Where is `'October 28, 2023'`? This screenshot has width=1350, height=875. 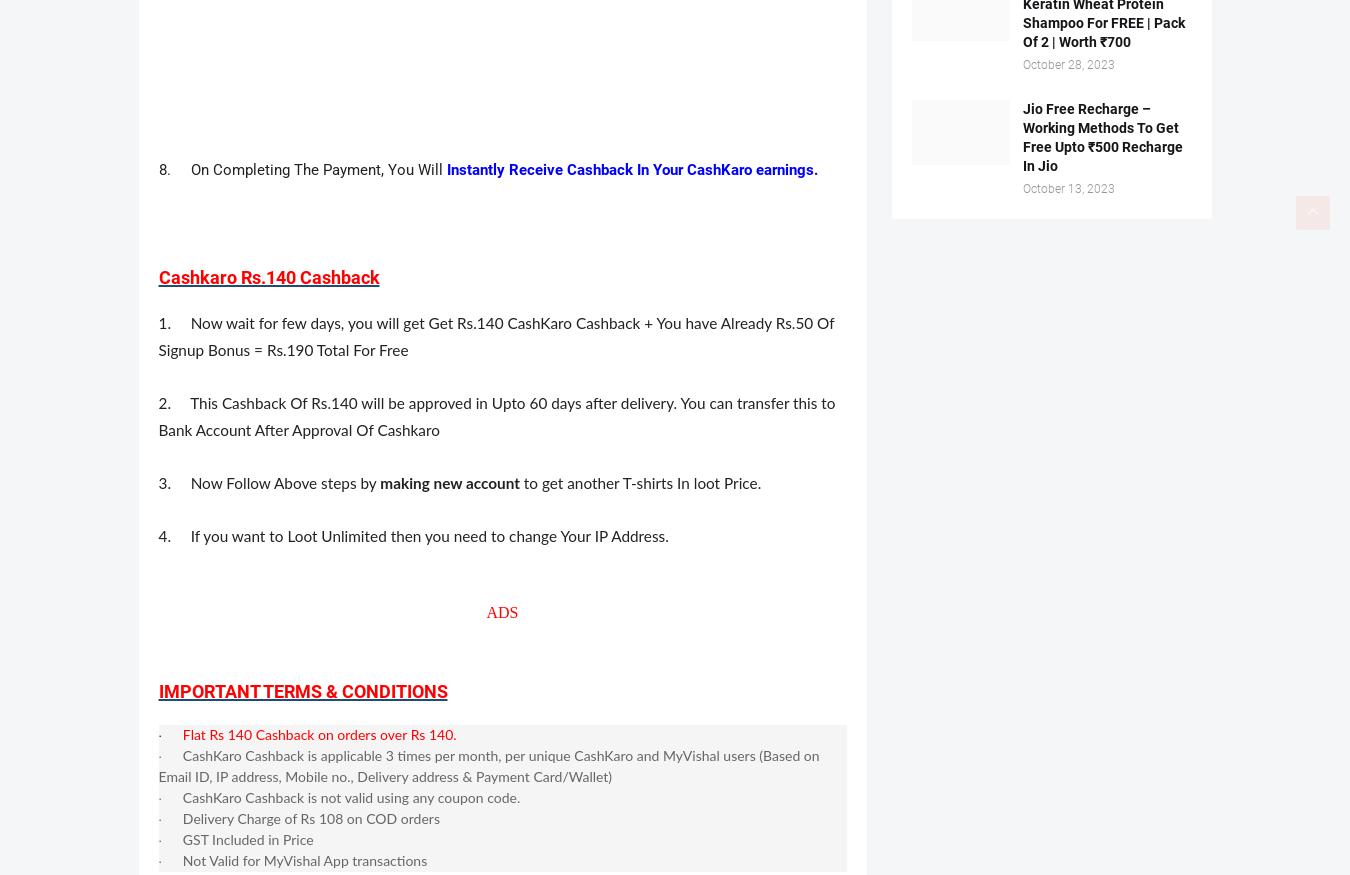 'October 28, 2023' is located at coordinates (1067, 62).